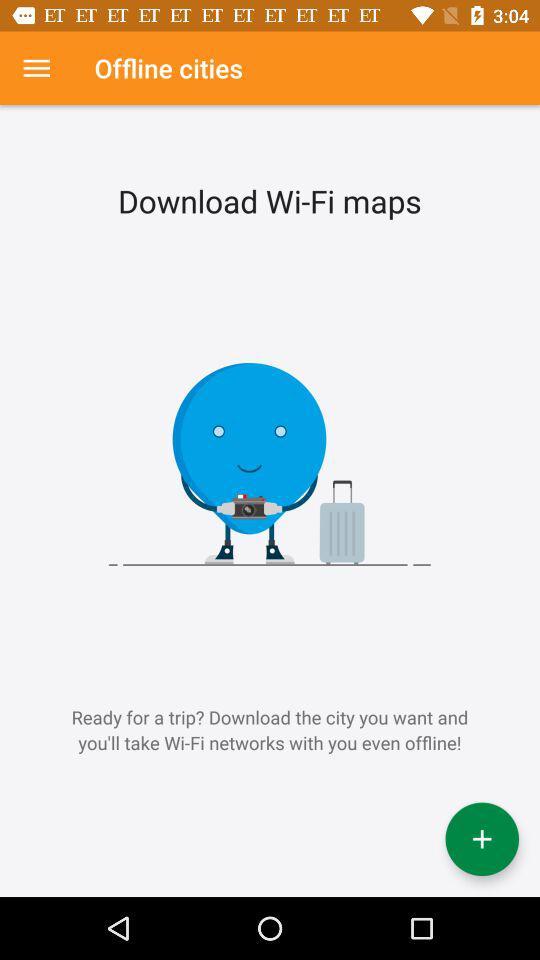  Describe the element at coordinates (36, 68) in the screenshot. I see `expand the menu of options for offline cities in an maps application` at that location.